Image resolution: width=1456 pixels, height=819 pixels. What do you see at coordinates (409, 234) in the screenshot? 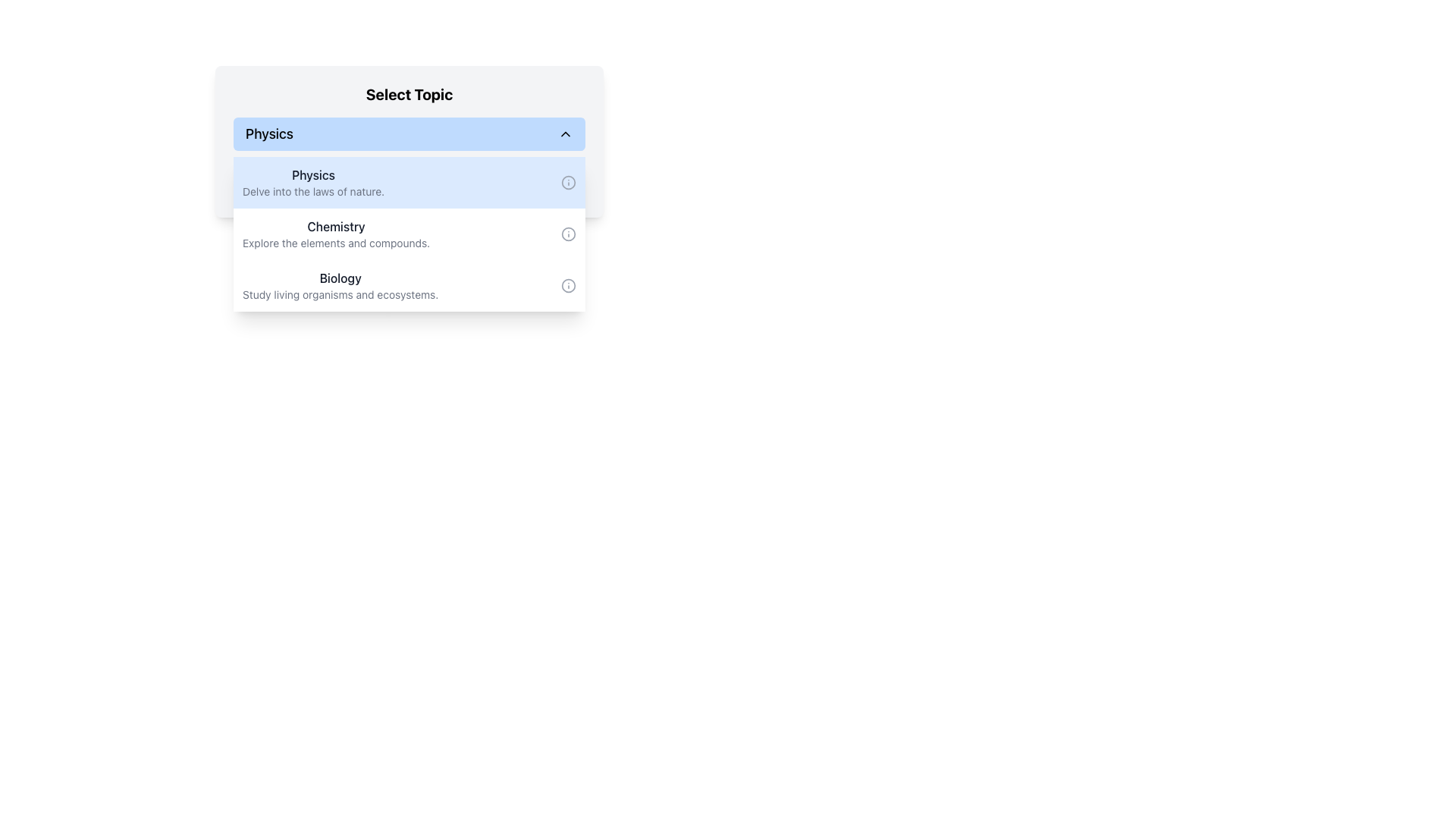
I see `the second selectable list item labeled 'Chemistry'` at bounding box center [409, 234].